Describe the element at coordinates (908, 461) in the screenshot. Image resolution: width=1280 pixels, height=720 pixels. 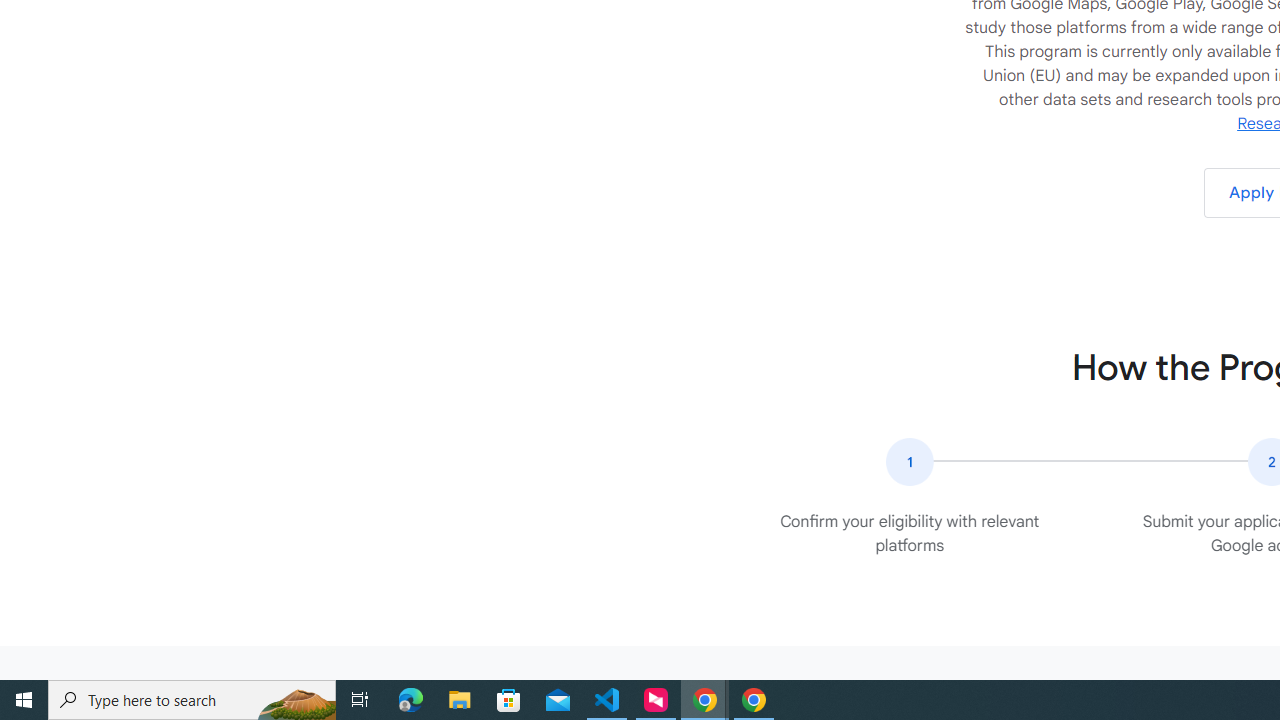
I see `'The number one in a circular icon.'` at that location.